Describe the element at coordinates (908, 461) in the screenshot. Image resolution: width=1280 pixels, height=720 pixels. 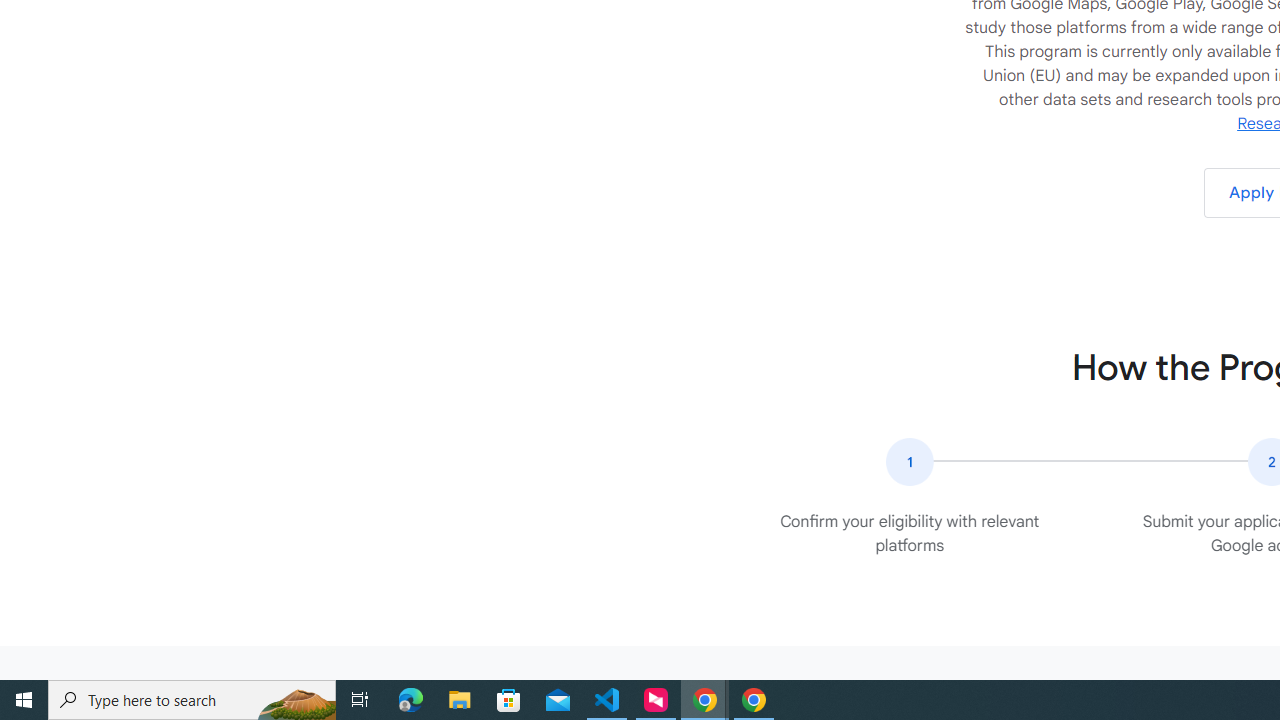
I see `'The number one in a circular icon.'` at that location.